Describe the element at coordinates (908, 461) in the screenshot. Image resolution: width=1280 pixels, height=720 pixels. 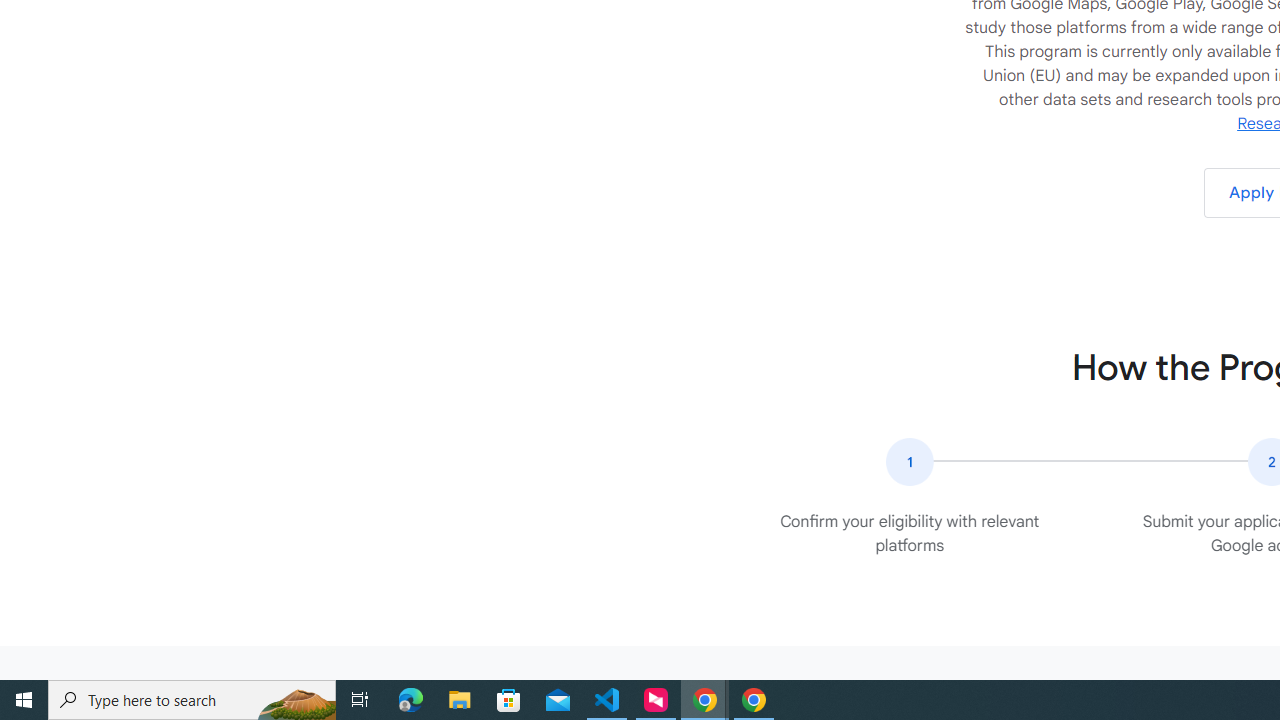
I see `'The number one in a circular icon.'` at that location.